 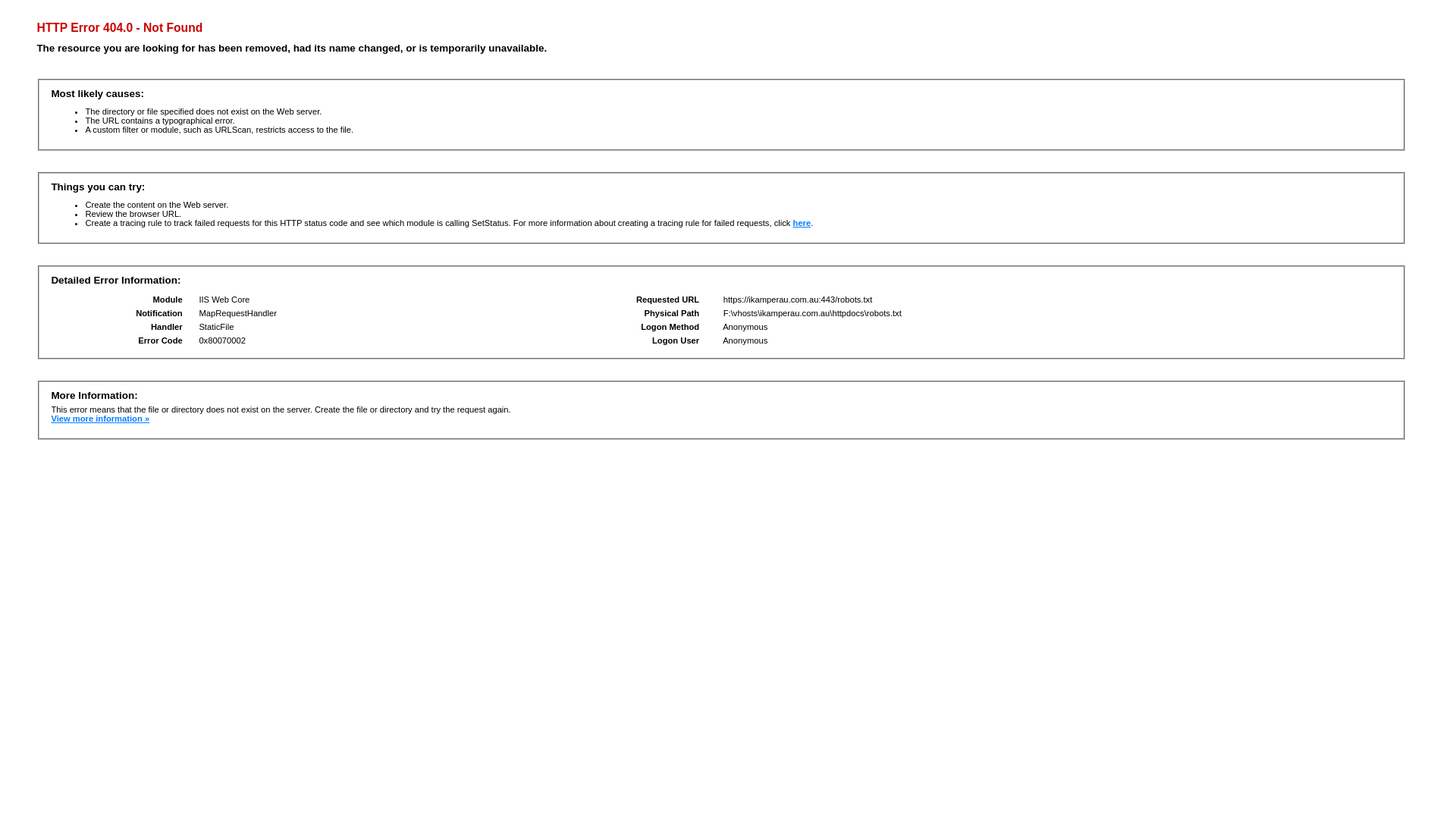 I want to click on 'here', so click(x=801, y=222).